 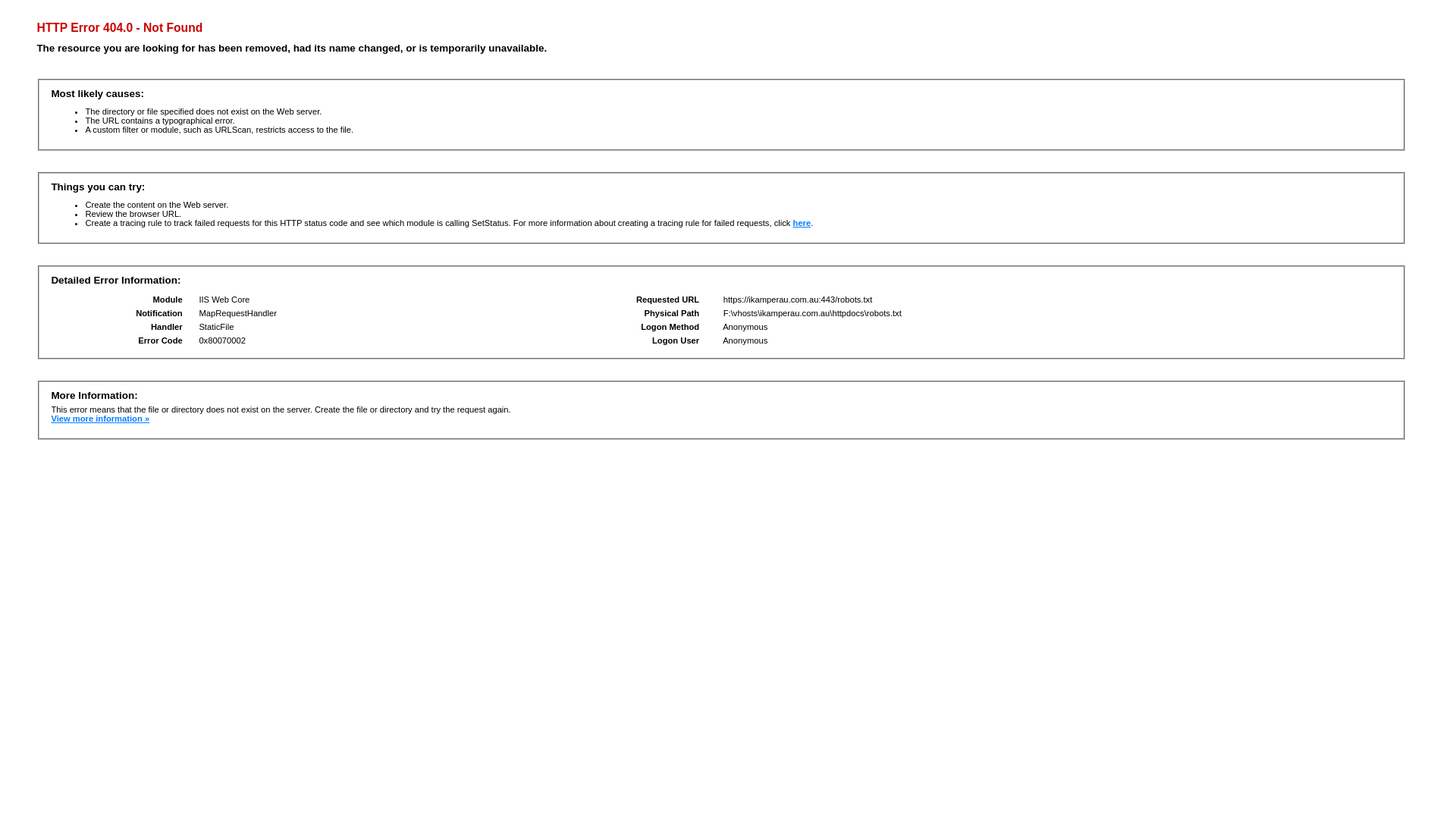 I want to click on 'here', so click(x=801, y=222).